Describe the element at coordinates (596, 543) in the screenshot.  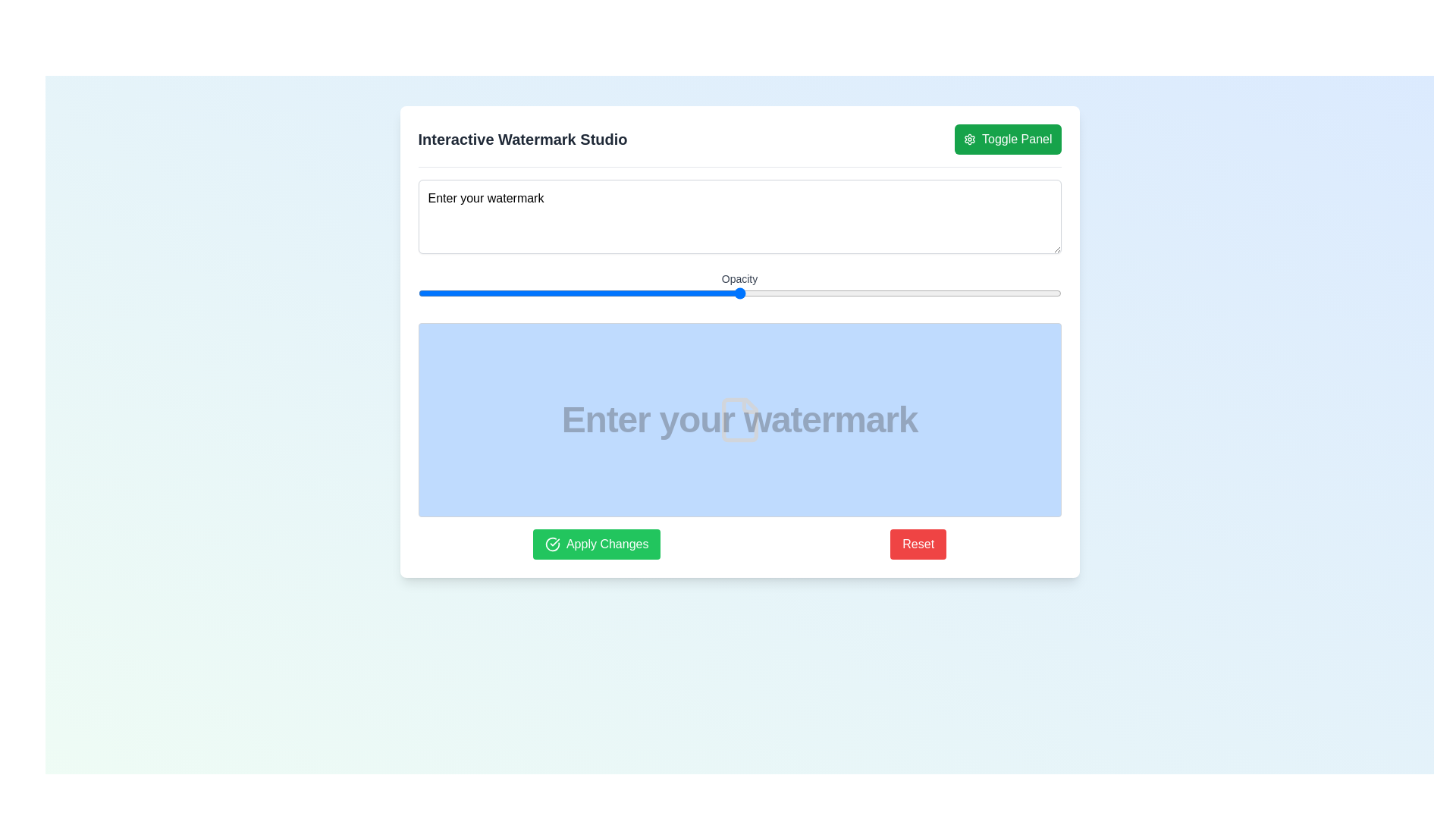
I see `the green 'Apply Changes' button with rounded corners, which has a white checkmark icon on the left and is located at the bottom left of the interface, to apply changes` at that location.